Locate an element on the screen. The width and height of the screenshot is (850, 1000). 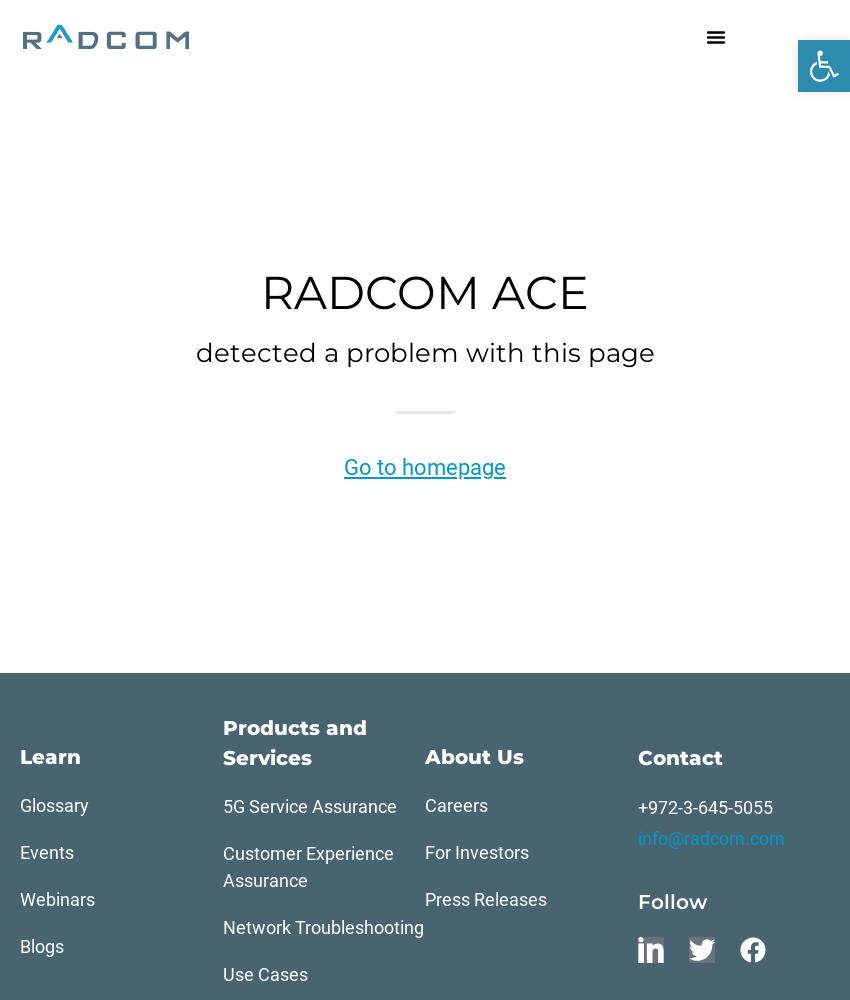
'Products and Services' is located at coordinates (293, 742).